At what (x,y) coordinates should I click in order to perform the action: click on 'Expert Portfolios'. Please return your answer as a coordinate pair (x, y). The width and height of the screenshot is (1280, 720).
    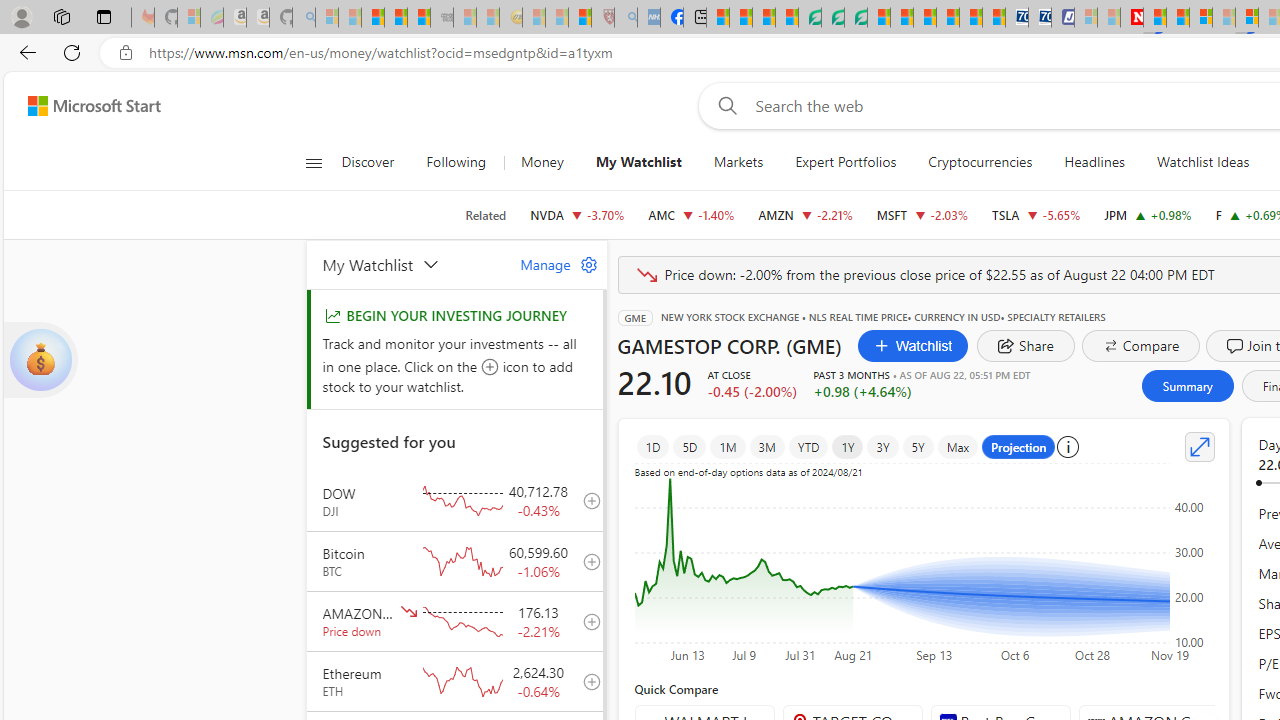
    Looking at the image, I should click on (846, 162).